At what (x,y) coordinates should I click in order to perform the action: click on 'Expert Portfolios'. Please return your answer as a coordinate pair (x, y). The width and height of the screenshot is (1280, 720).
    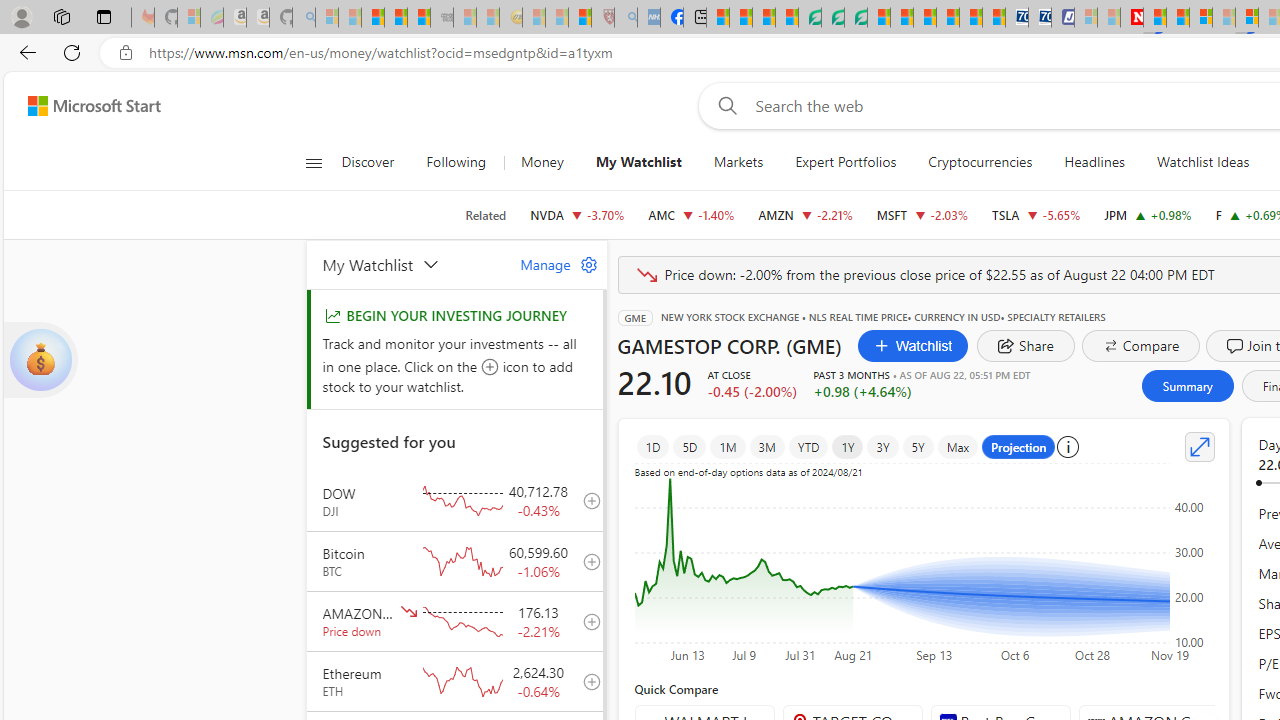
    Looking at the image, I should click on (846, 162).